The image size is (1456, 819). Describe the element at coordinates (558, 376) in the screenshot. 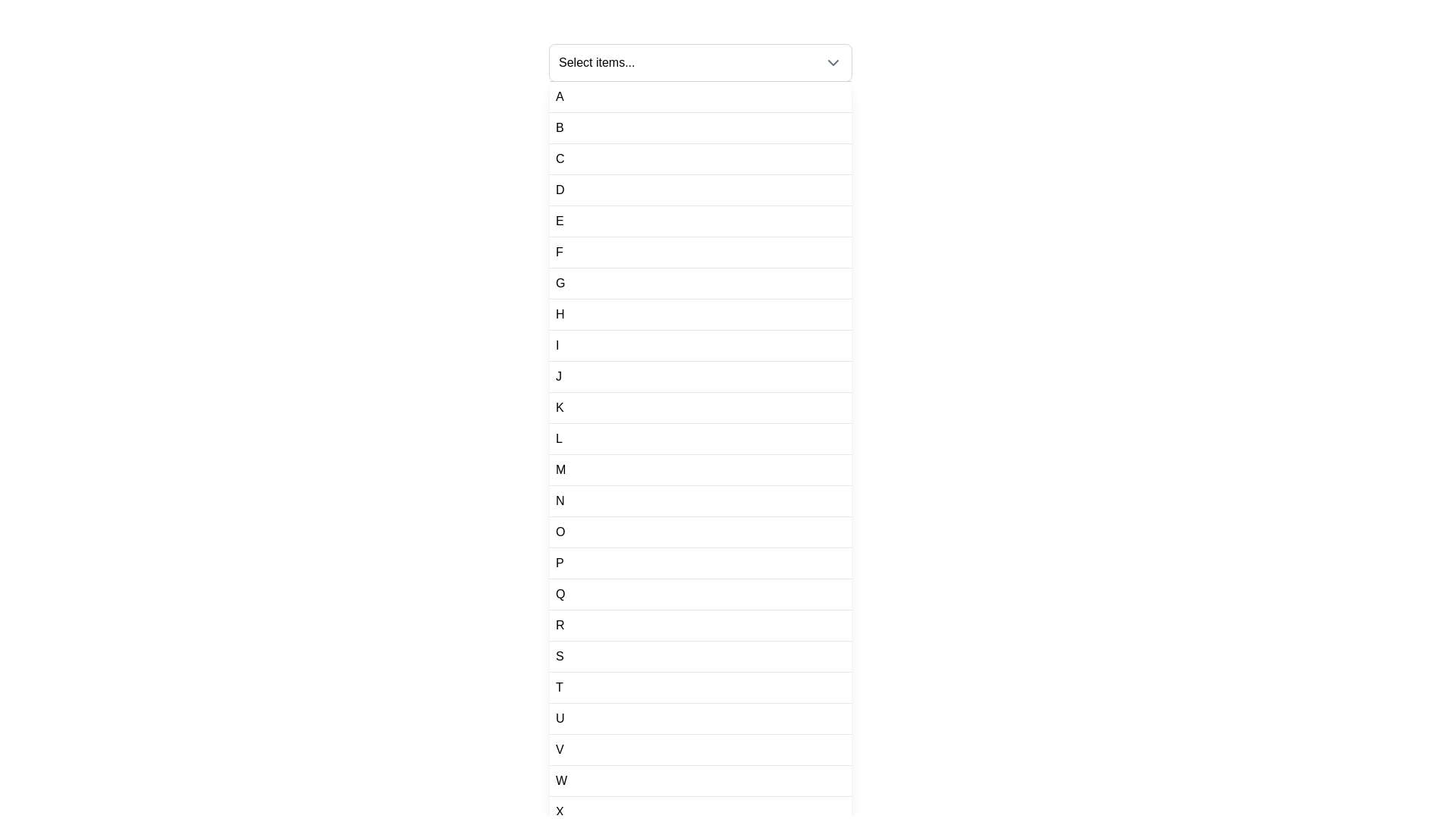

I see `the tenth item in the selectable list` at that location.